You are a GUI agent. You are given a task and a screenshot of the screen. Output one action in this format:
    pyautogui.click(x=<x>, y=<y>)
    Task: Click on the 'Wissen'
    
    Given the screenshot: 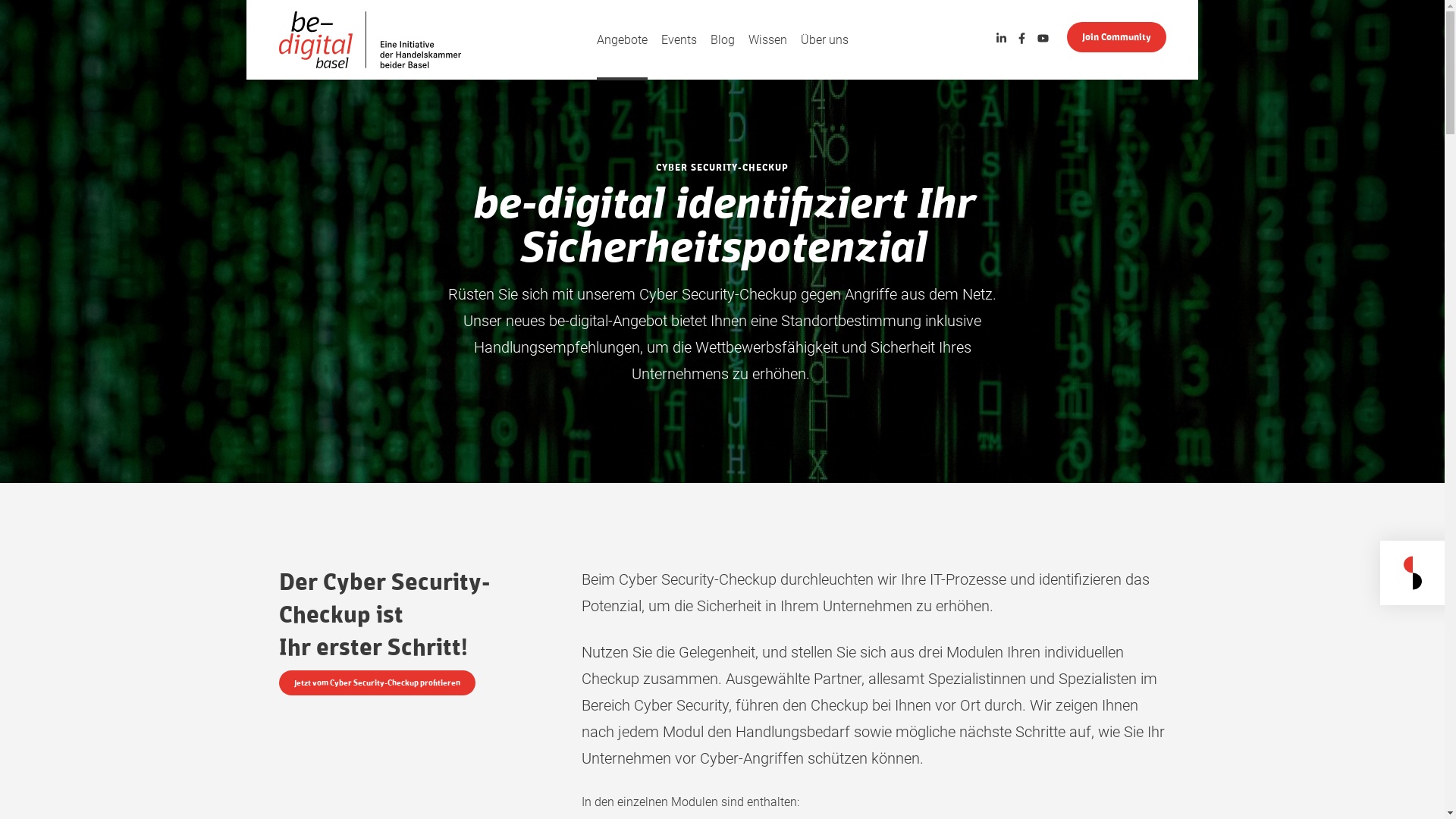 What is the action you would take?
    pyautogui.click(x=767, y=39)
    